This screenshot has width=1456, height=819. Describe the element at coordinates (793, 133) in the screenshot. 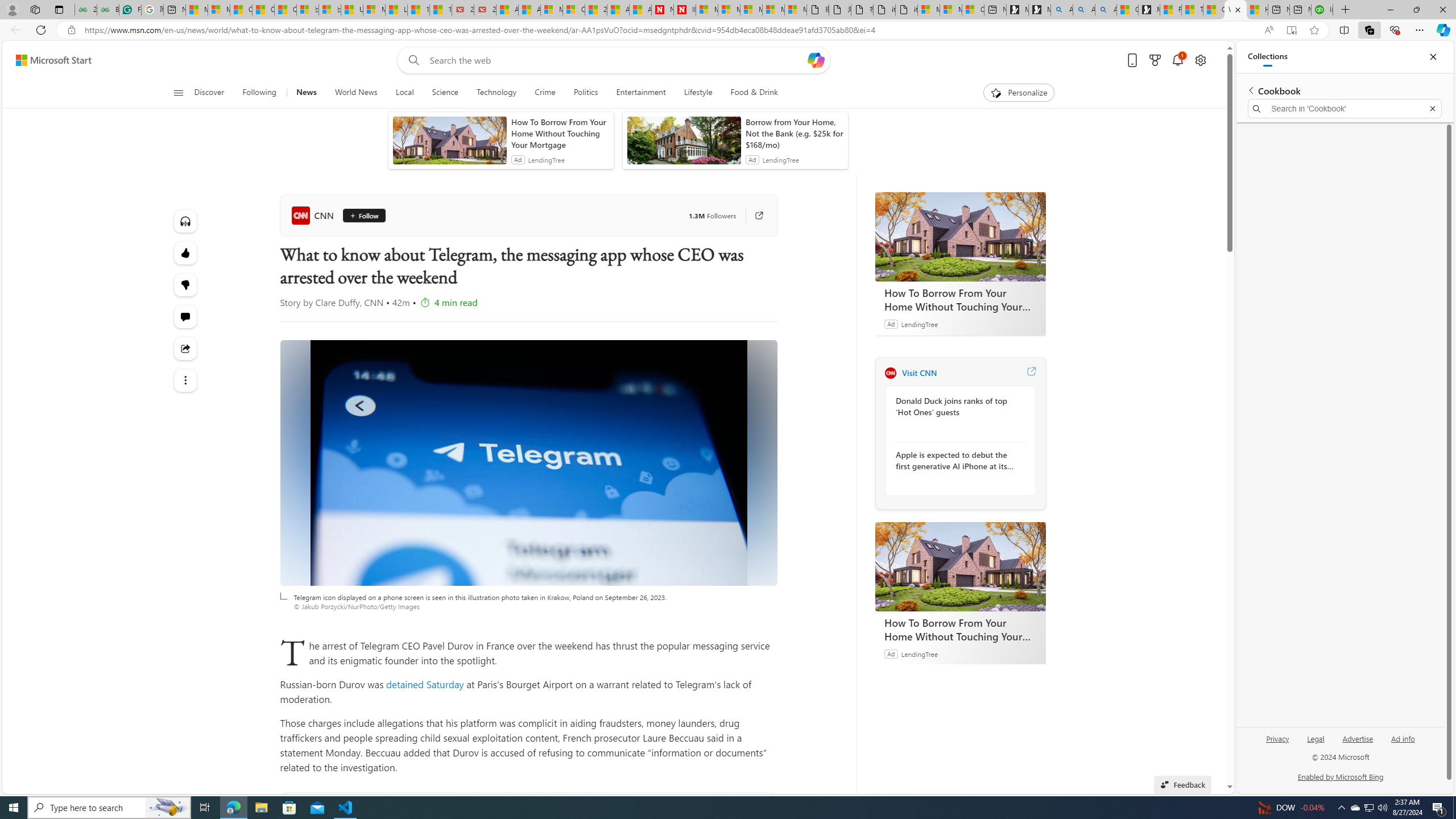

I see `'Borrow from Your Home, Not the Bank (e.g. $25k for $168/mo)'` at that location.